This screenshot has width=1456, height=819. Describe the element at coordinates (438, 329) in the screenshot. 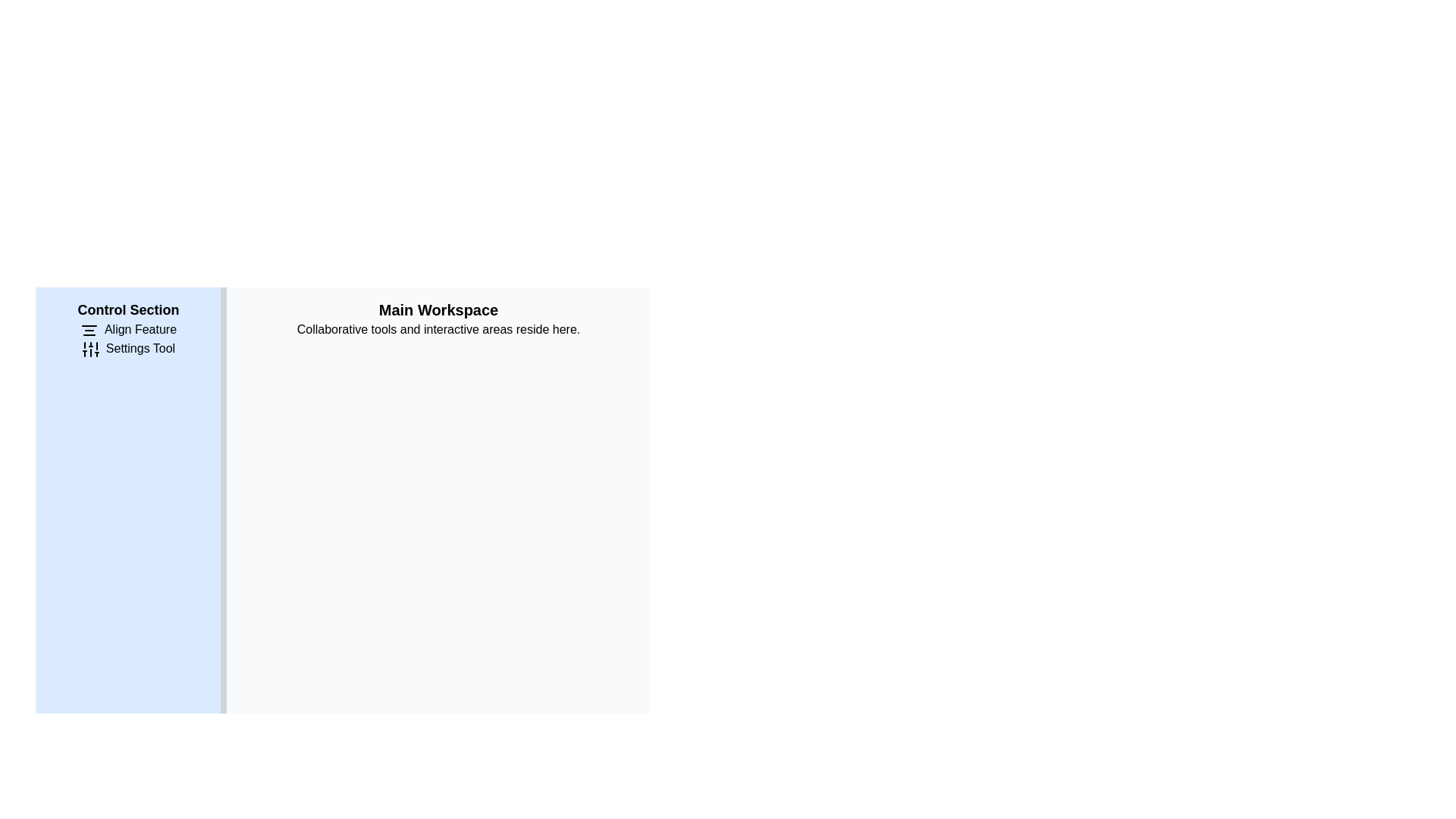

I see `the static text element that describes the 'Main Workspace' section, located directly below the header text of the same name` at that location.